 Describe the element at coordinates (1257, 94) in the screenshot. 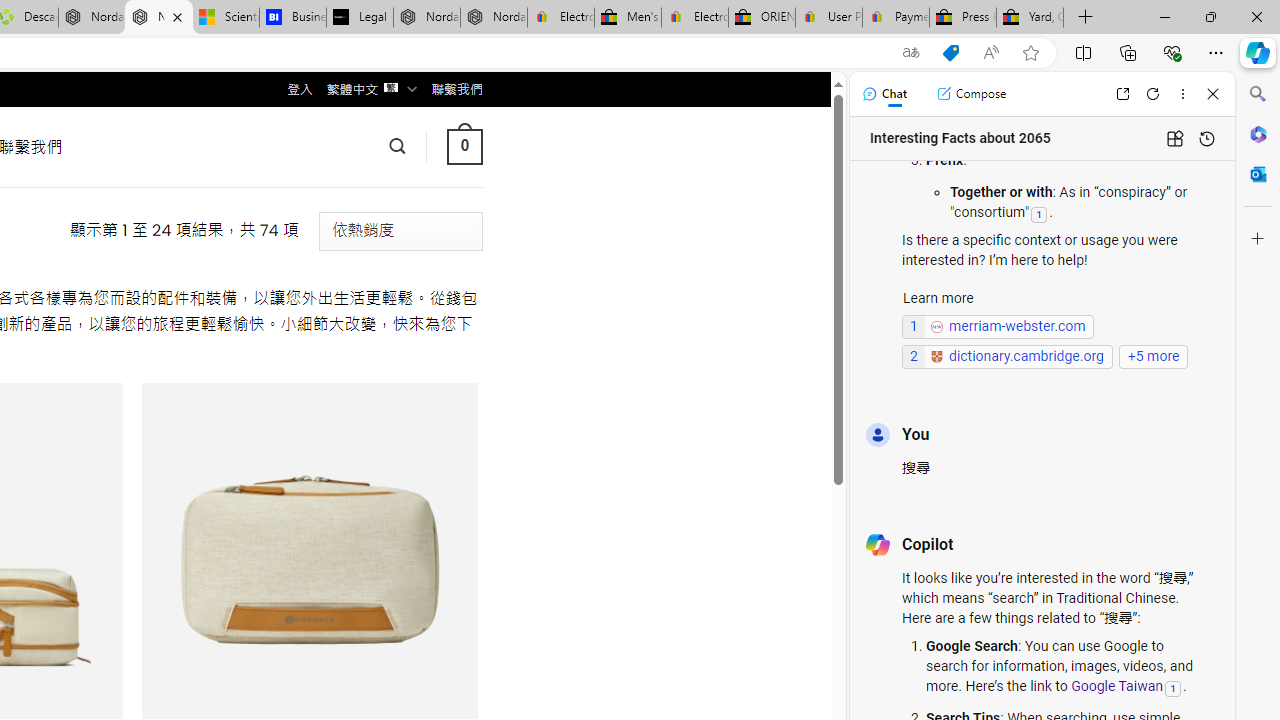

I see `'Minimize Search pane'` at that location.